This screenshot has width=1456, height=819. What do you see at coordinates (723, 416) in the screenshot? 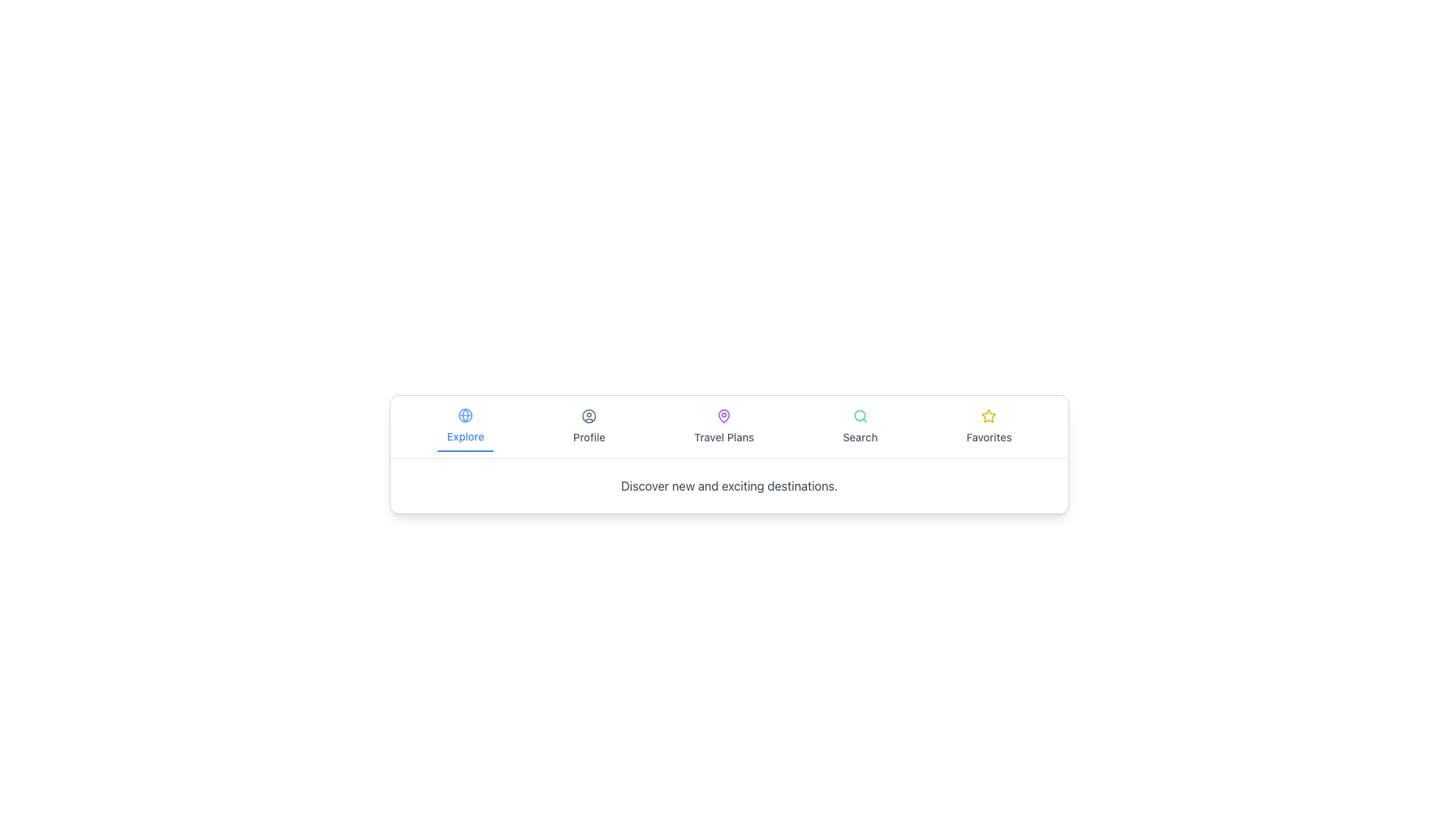
I see `the 'Travel Plans' icon located in the navigation bar at the bottom of the interface, which is the second icon from the left` at bounding box center [723, 416].